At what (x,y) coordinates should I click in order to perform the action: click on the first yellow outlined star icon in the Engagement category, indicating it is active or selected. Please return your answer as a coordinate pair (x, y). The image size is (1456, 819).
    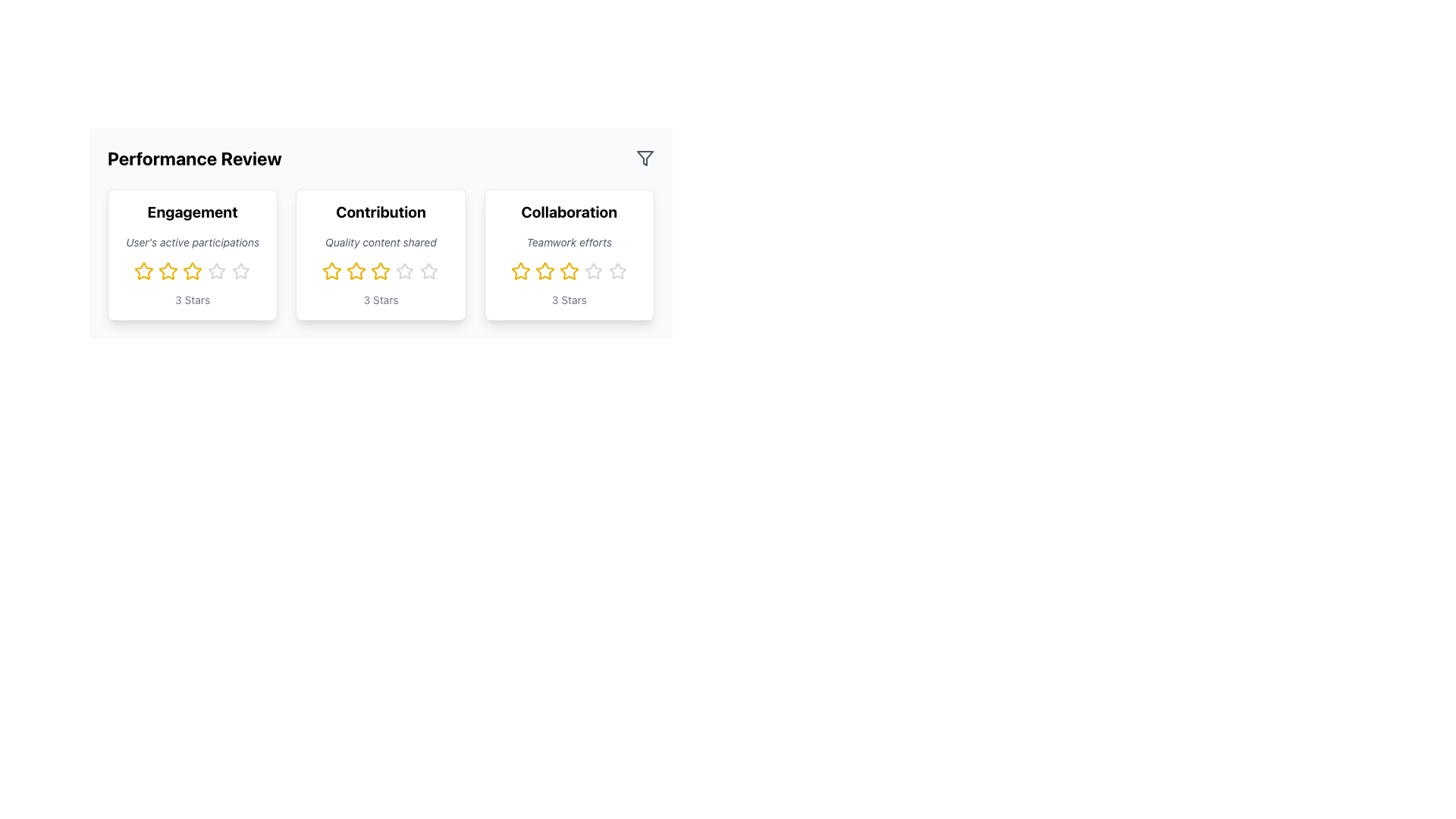
    Looking at the image, I should click on (144, 271).